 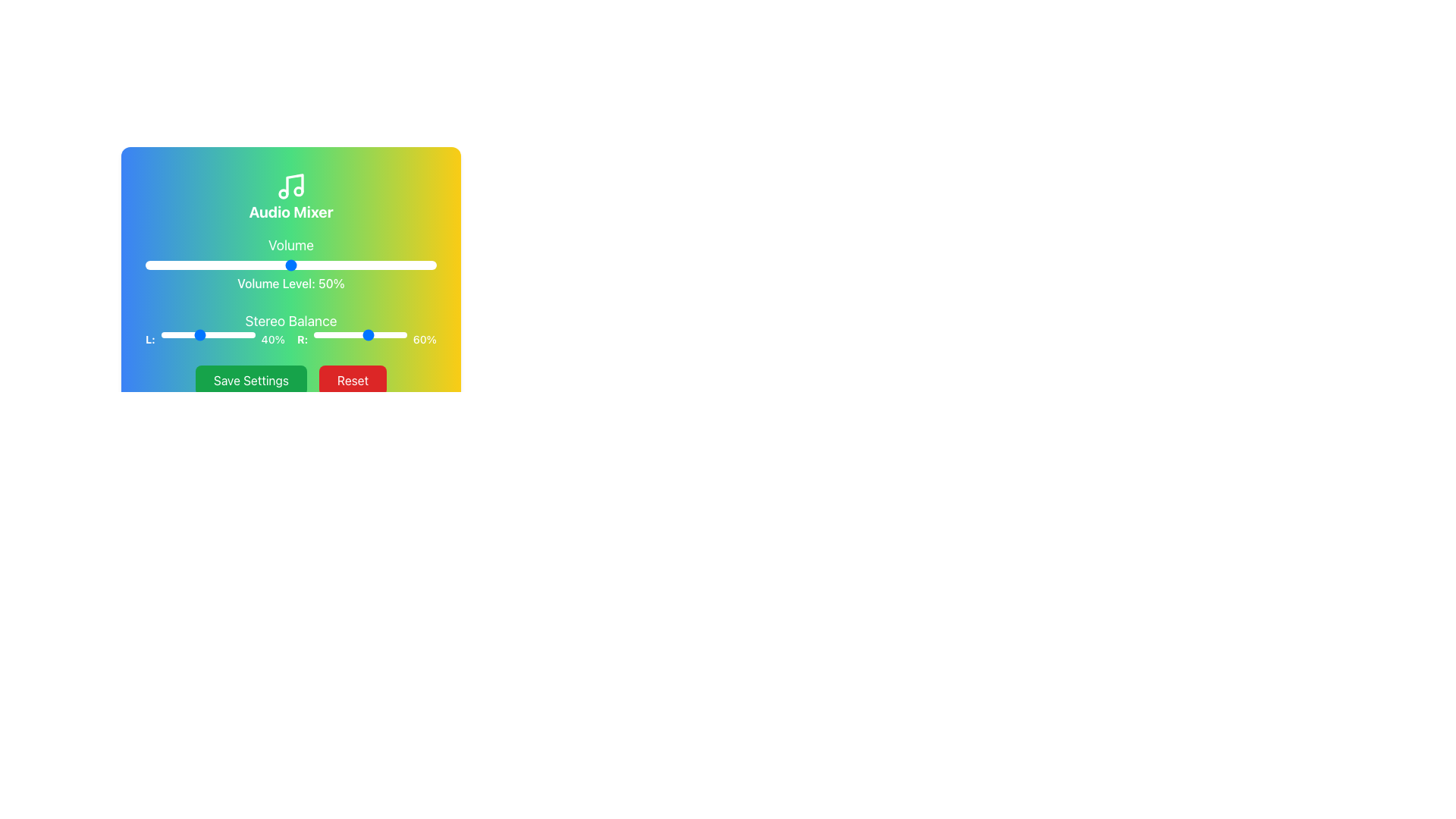 I want to click on the slider, so click(x=187, y=334).